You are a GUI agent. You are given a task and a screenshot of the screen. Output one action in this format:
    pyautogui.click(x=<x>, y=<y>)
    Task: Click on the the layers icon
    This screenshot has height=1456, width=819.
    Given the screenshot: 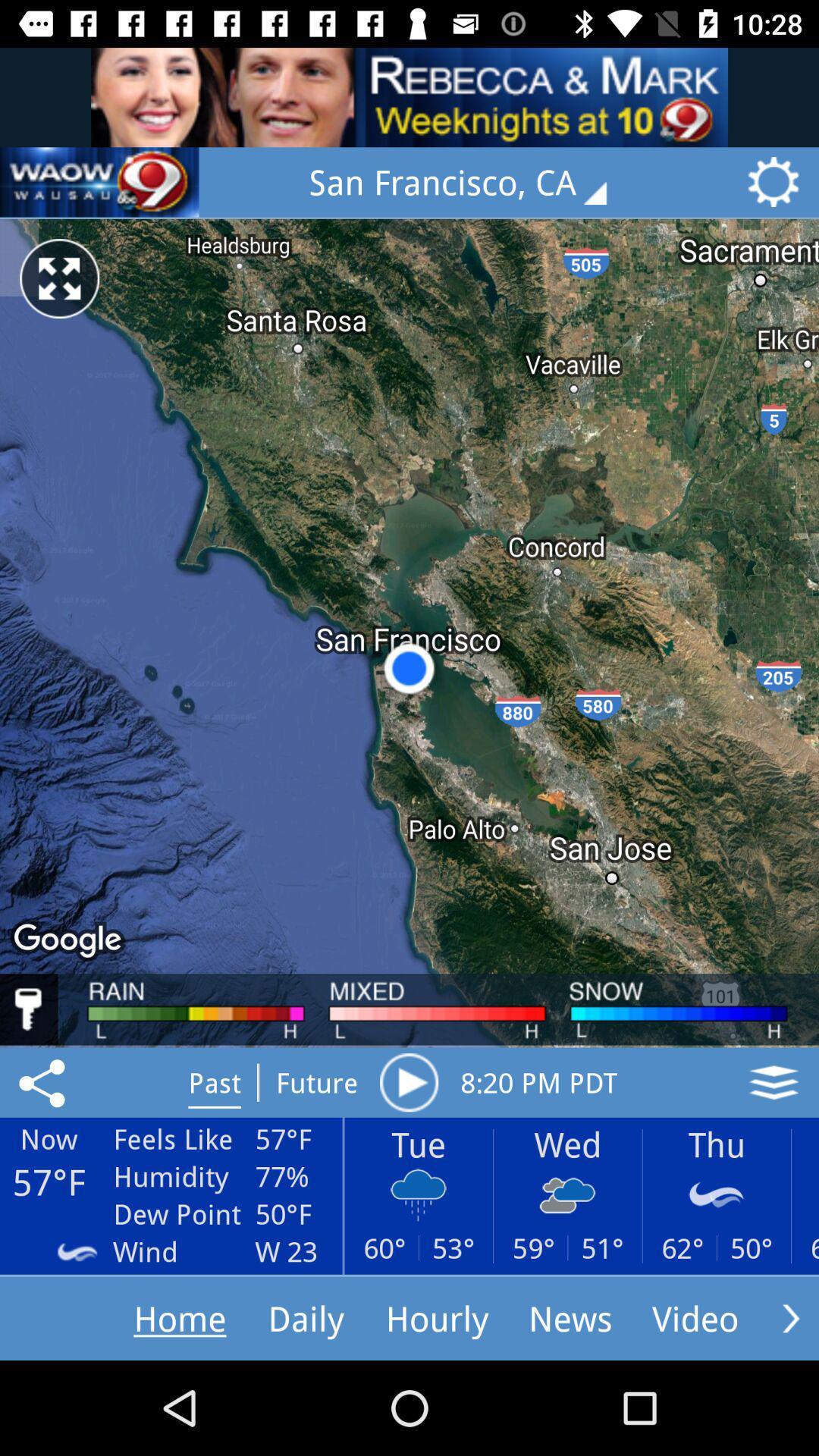 What is the action you would take?
    pyautogui.click(x=773, y=1081)
    